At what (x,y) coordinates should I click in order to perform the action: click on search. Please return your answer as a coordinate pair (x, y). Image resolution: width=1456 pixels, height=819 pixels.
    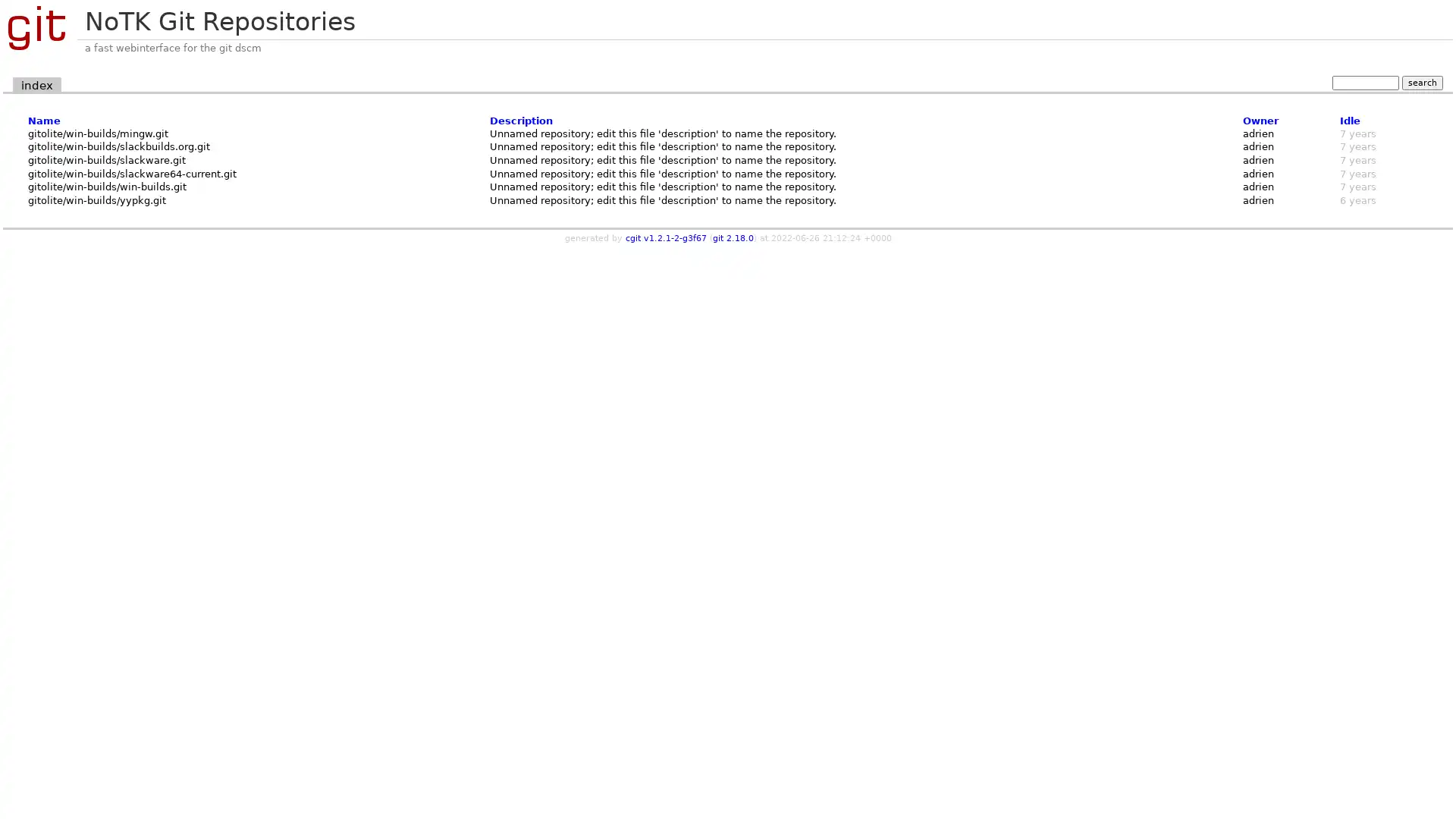
    Looking at the image, I should click on (1421, 82).